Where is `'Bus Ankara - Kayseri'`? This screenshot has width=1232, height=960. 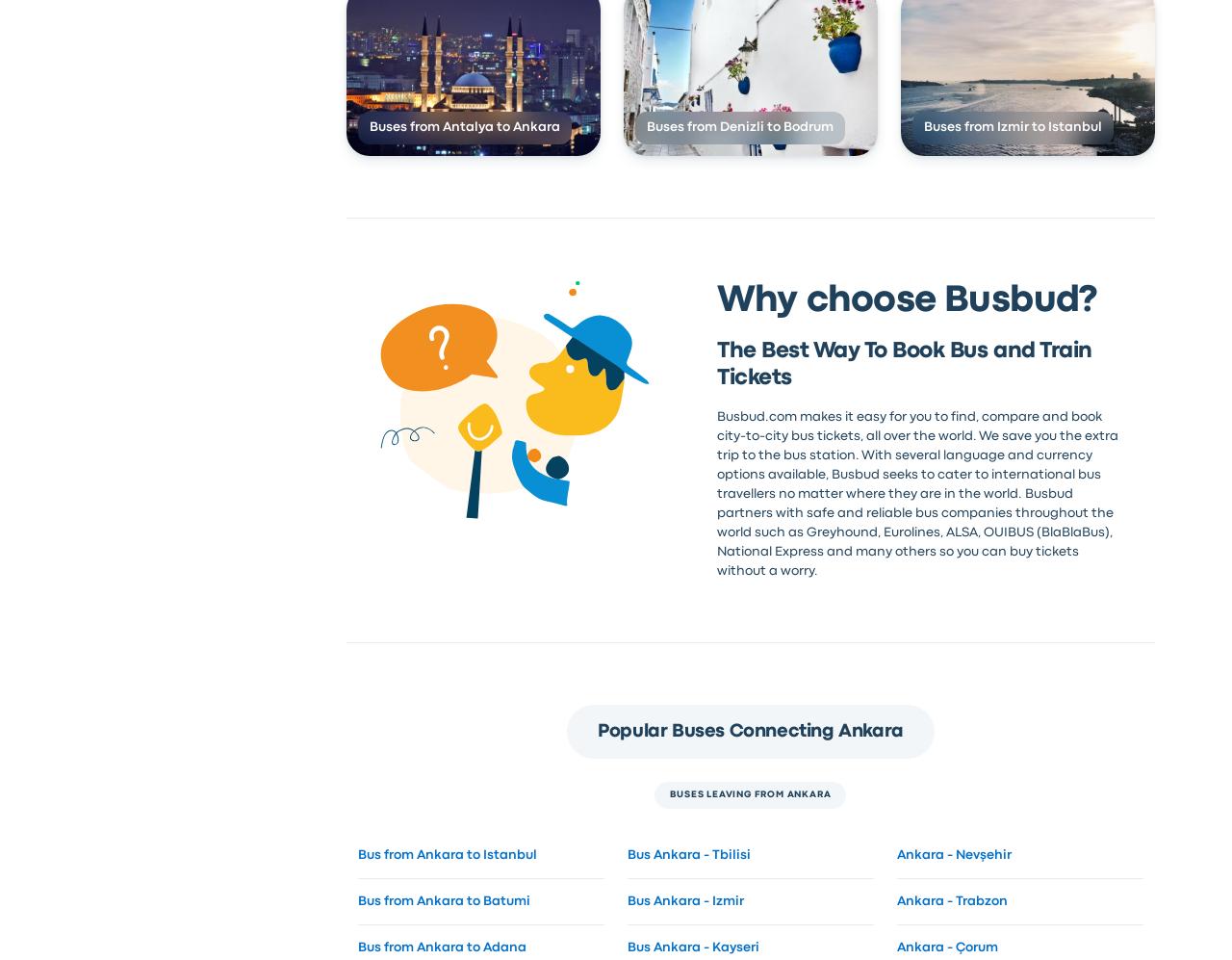 'Bus Ankara - Kayseri' is located at coordinates (692, 946).